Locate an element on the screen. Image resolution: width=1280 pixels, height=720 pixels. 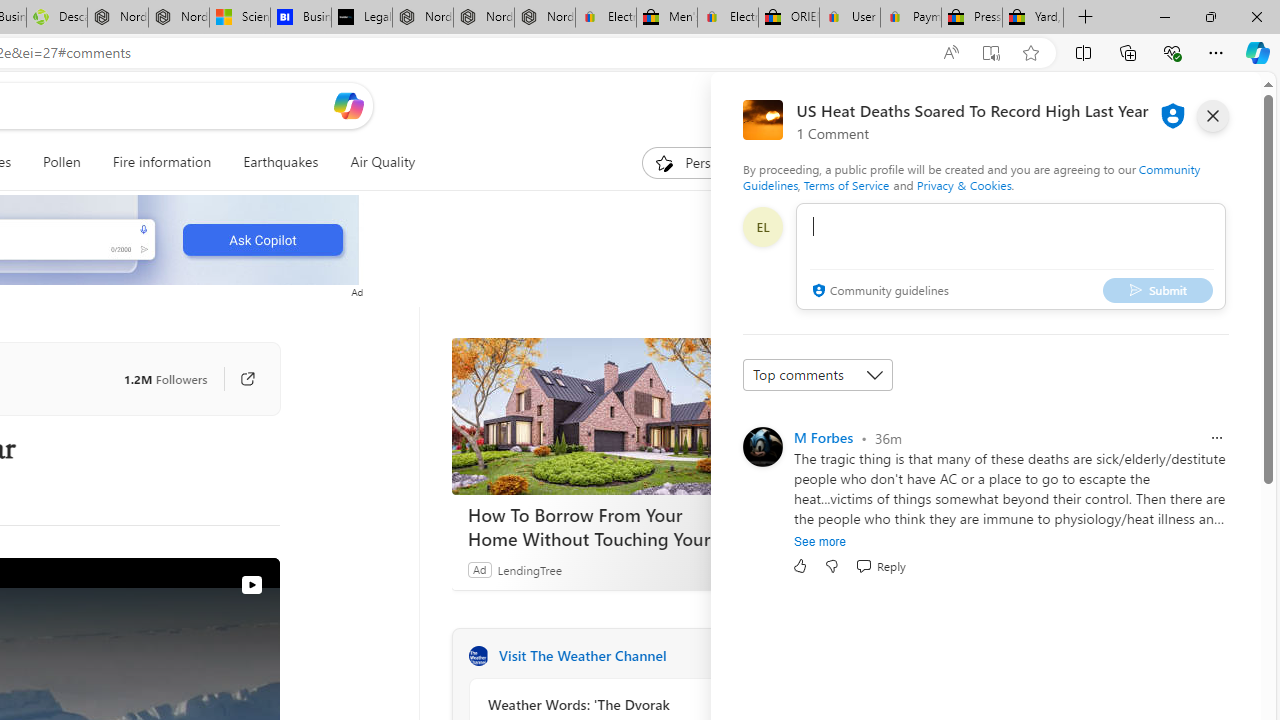
'Report comment' is located at coordinates (1215, 437).